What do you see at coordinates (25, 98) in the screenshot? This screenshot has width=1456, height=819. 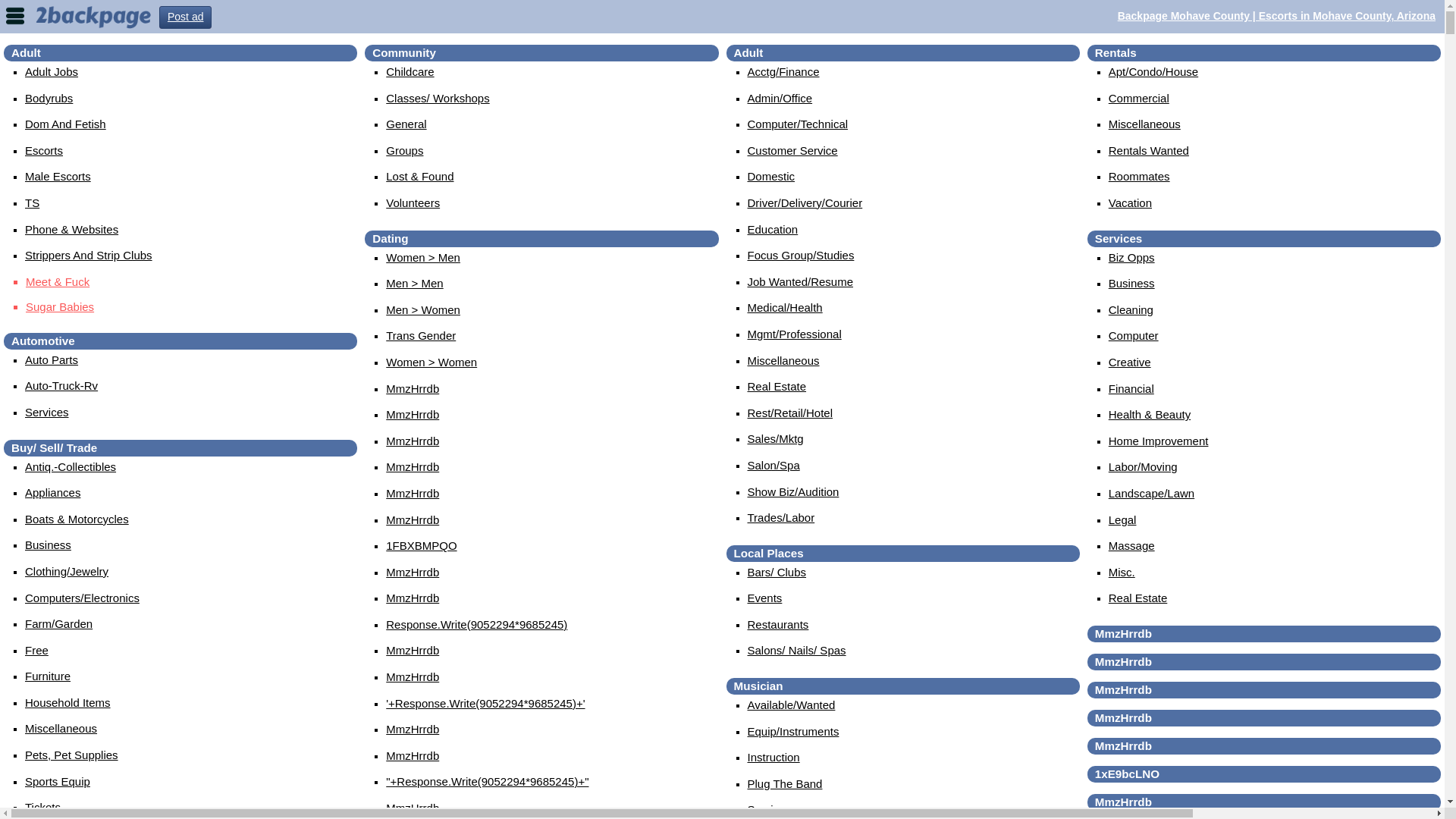 I see `'Bodyrubs'` at bounding box center [25, 98].